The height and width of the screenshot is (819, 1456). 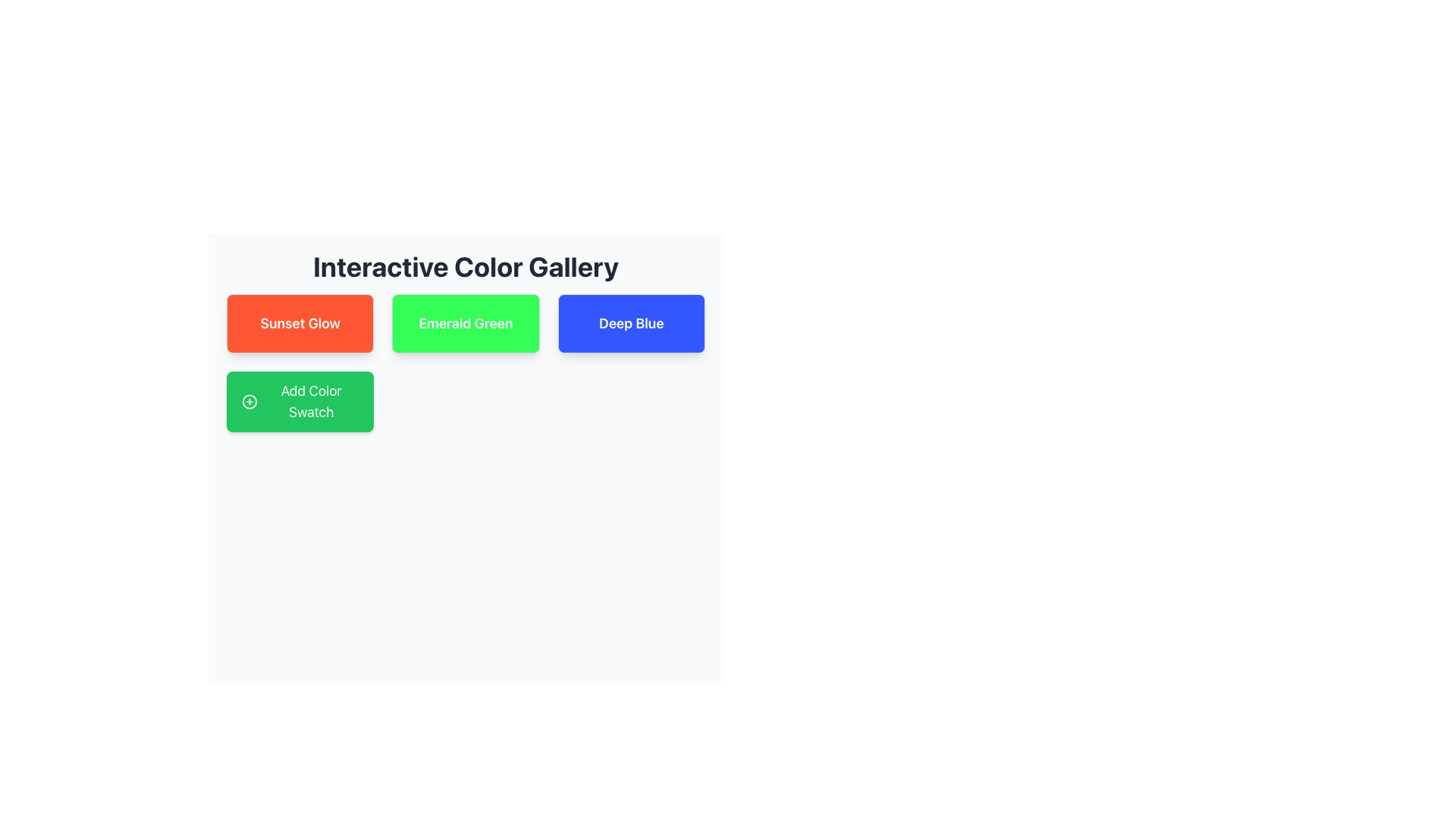 What do you see at coordinates (465, 323) in the screenshot?
I see `the text content of the Text Label displaying 'Emerald Green' in bold white font on a vibrant green background, which is centrally aligned within a rounded rectangle in a row of color swatches` at bounding box center [465, 323].